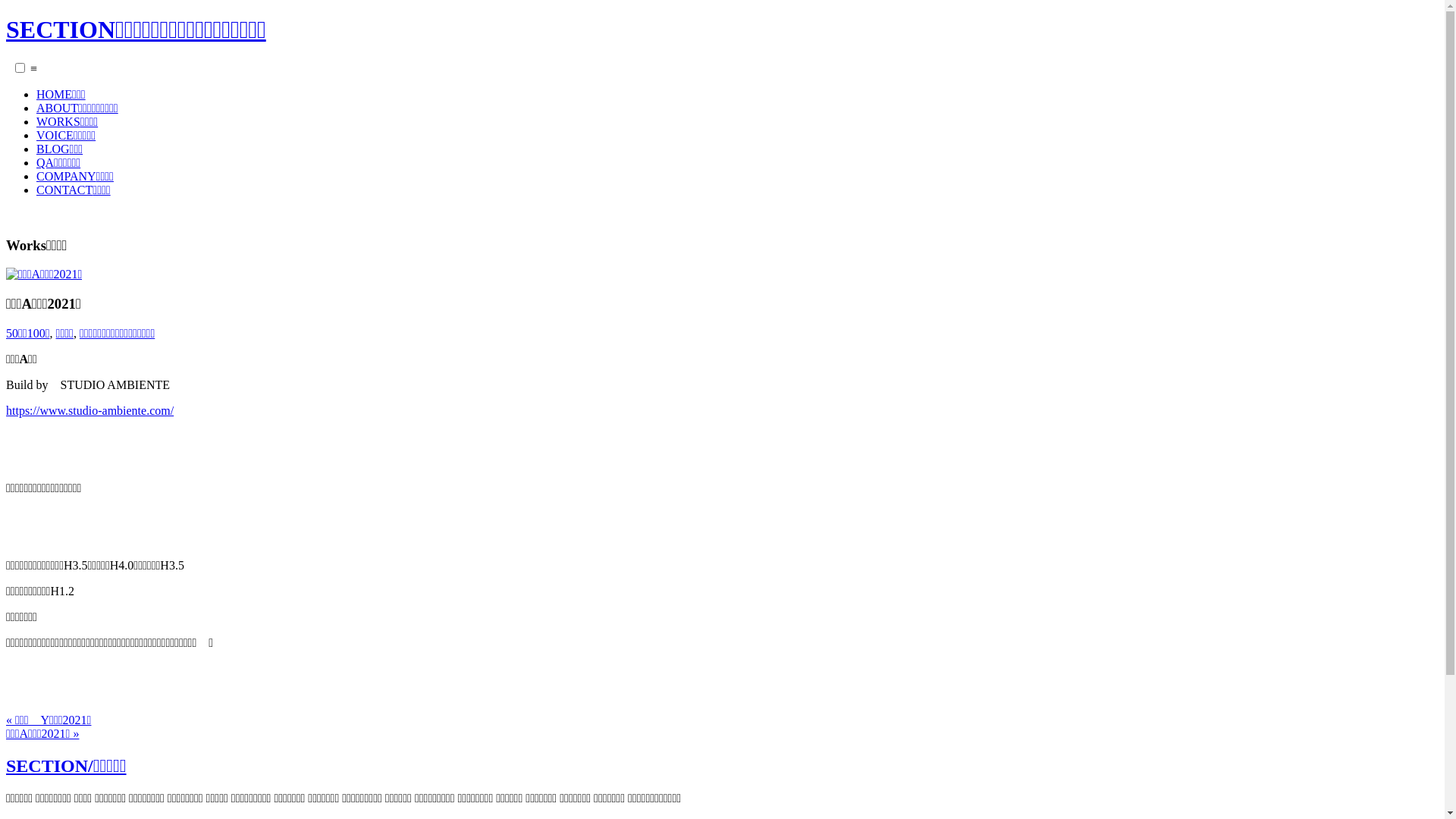 This screenshot has width=1456, height=819. Describe the element at coordinates (89, 410) in the screenshot. I see `'https://www.studio-ambiente.com/'` at that location.